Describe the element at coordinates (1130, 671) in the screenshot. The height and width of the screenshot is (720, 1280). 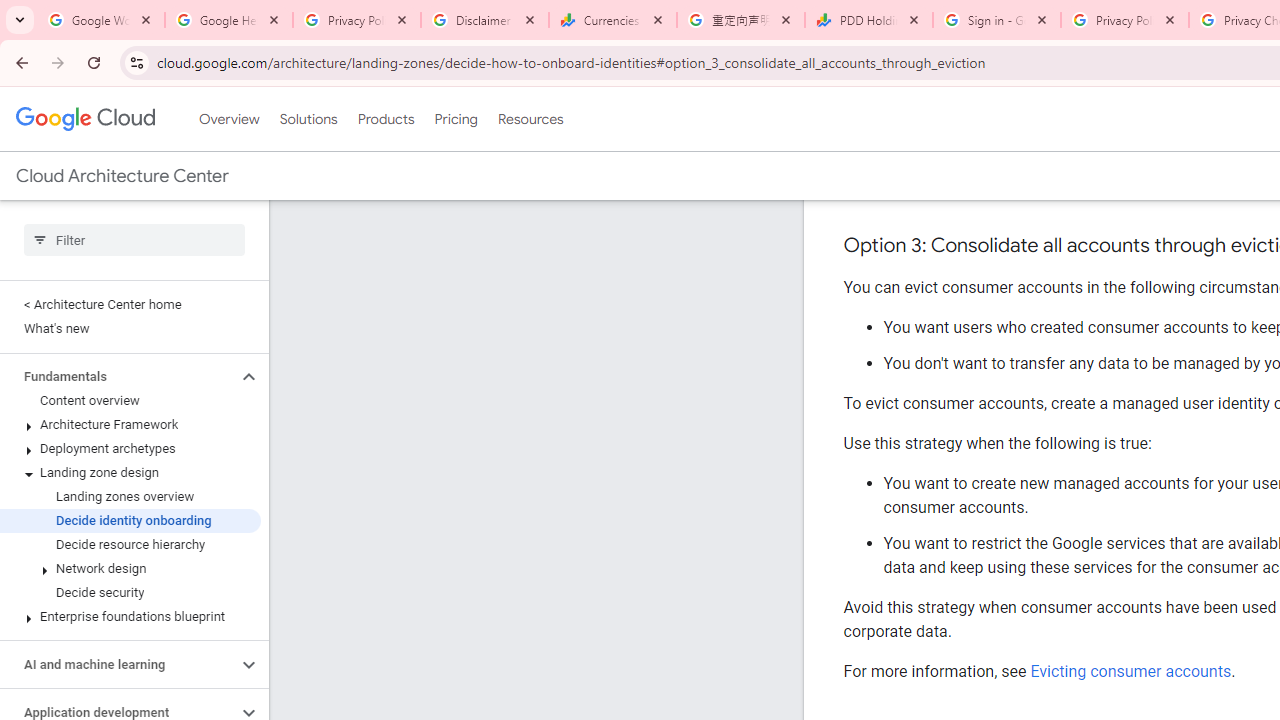
I see `'Evicting consumer accounts'` at that location.